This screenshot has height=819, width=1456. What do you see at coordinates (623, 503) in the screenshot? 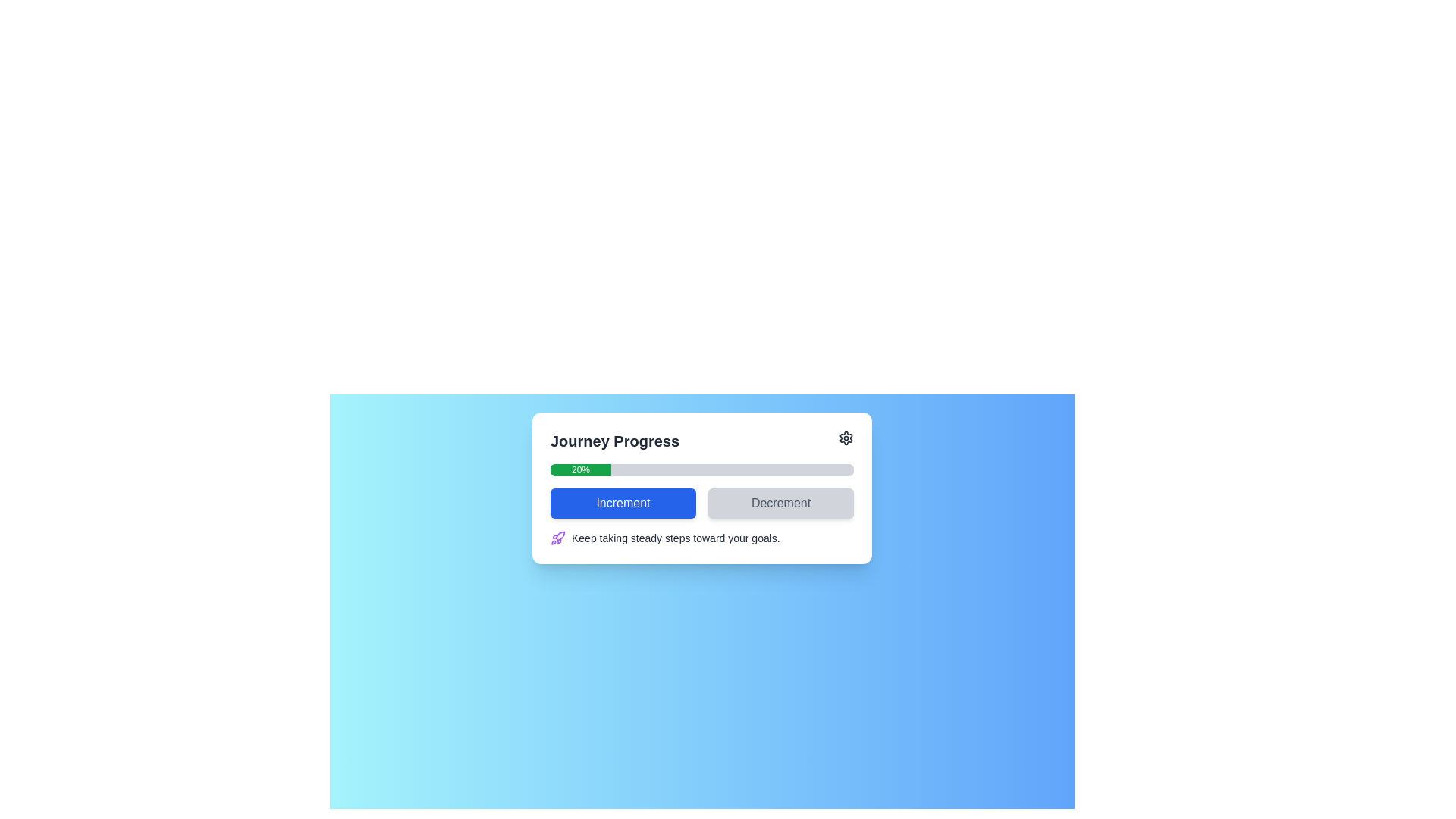
I see `the leftmost button that increases a numerical or progress value, located under a progress bar labeled '20%'` at bounding box center [623, 503].